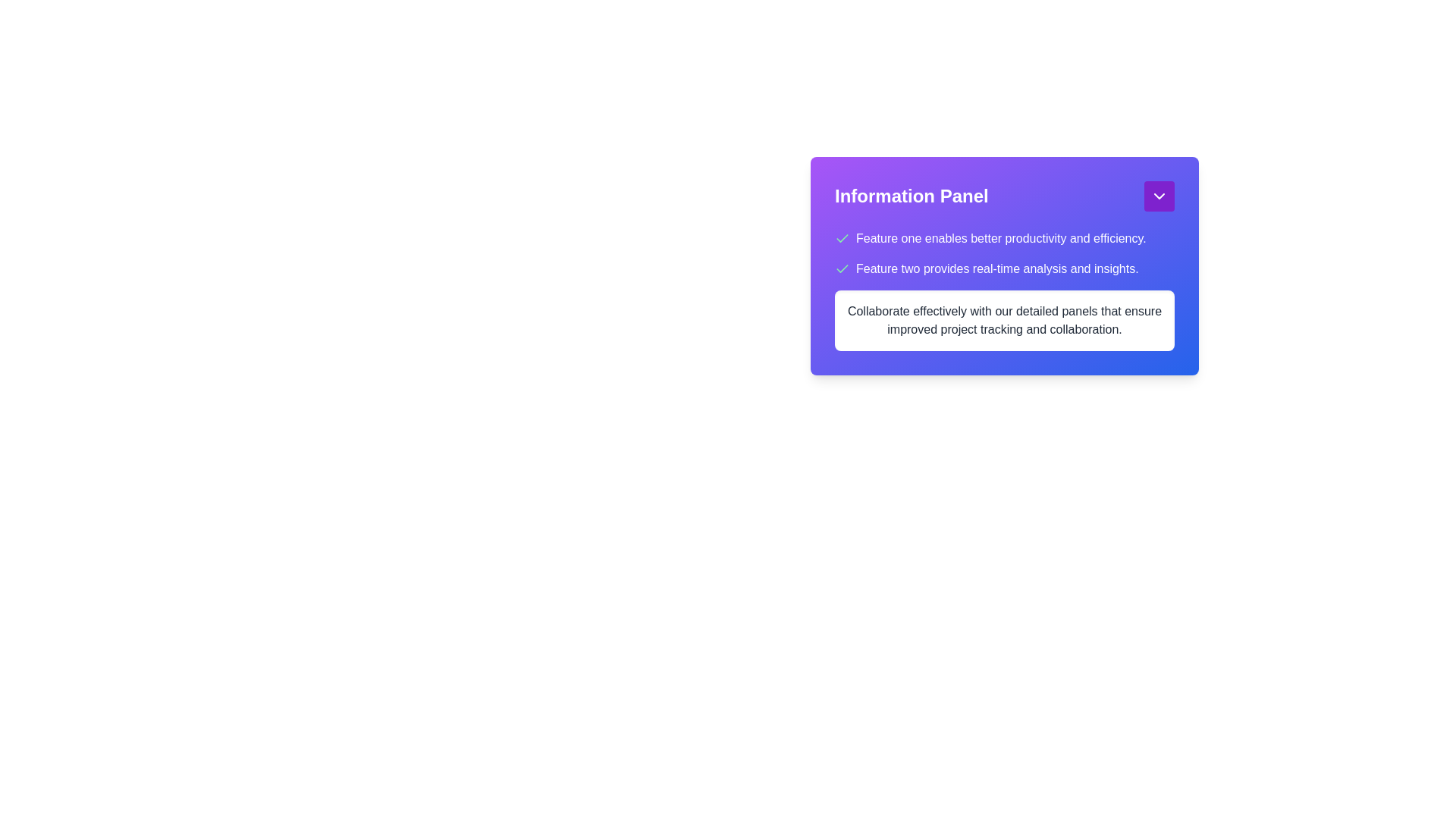 Image resolution: width=1456 pixels, height=819 pixels. Describe the element at coordinates (1159, 195) in the screenshot. I see `the toggle button located at the top-right corner of the Information Panel to ensure accessibility` at that location.